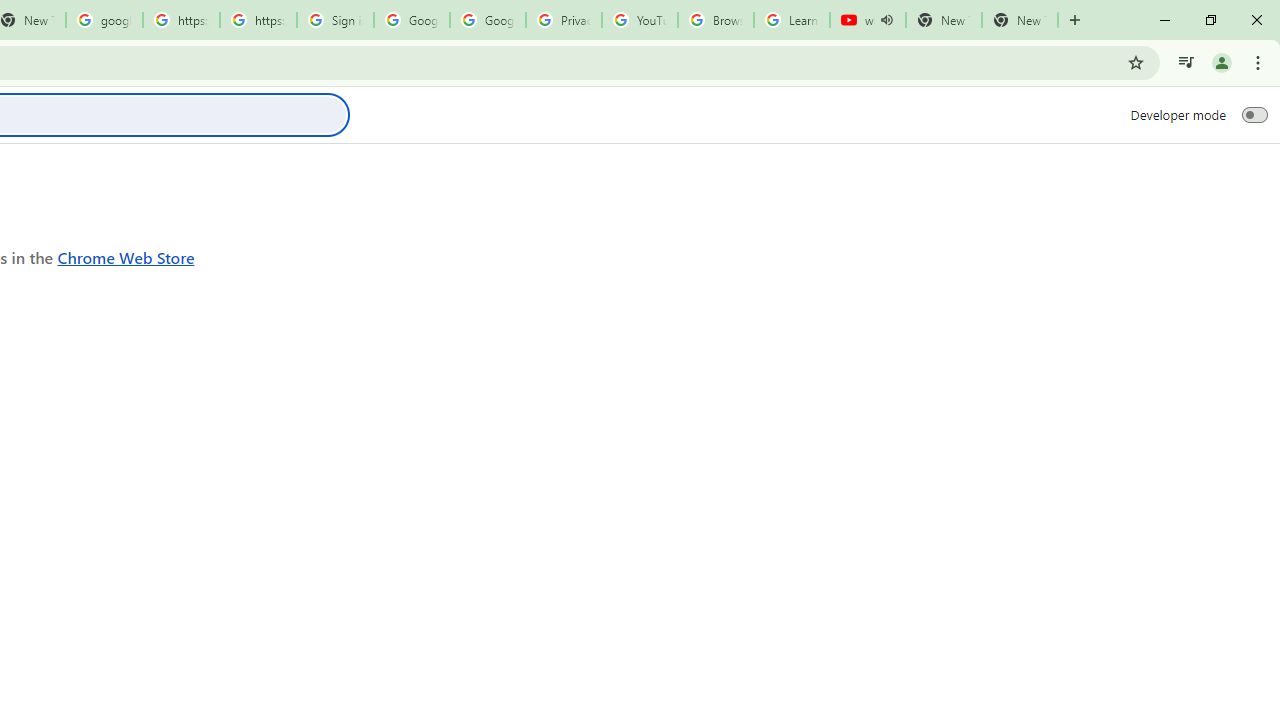 This screenshot has width=1280, height=720. What do you see at coordinates (716, 20) in the screenshot?
I see `'Browse Chrome as a guest - Computer - Google Chrome Help'` at bounding box center [716, 20].